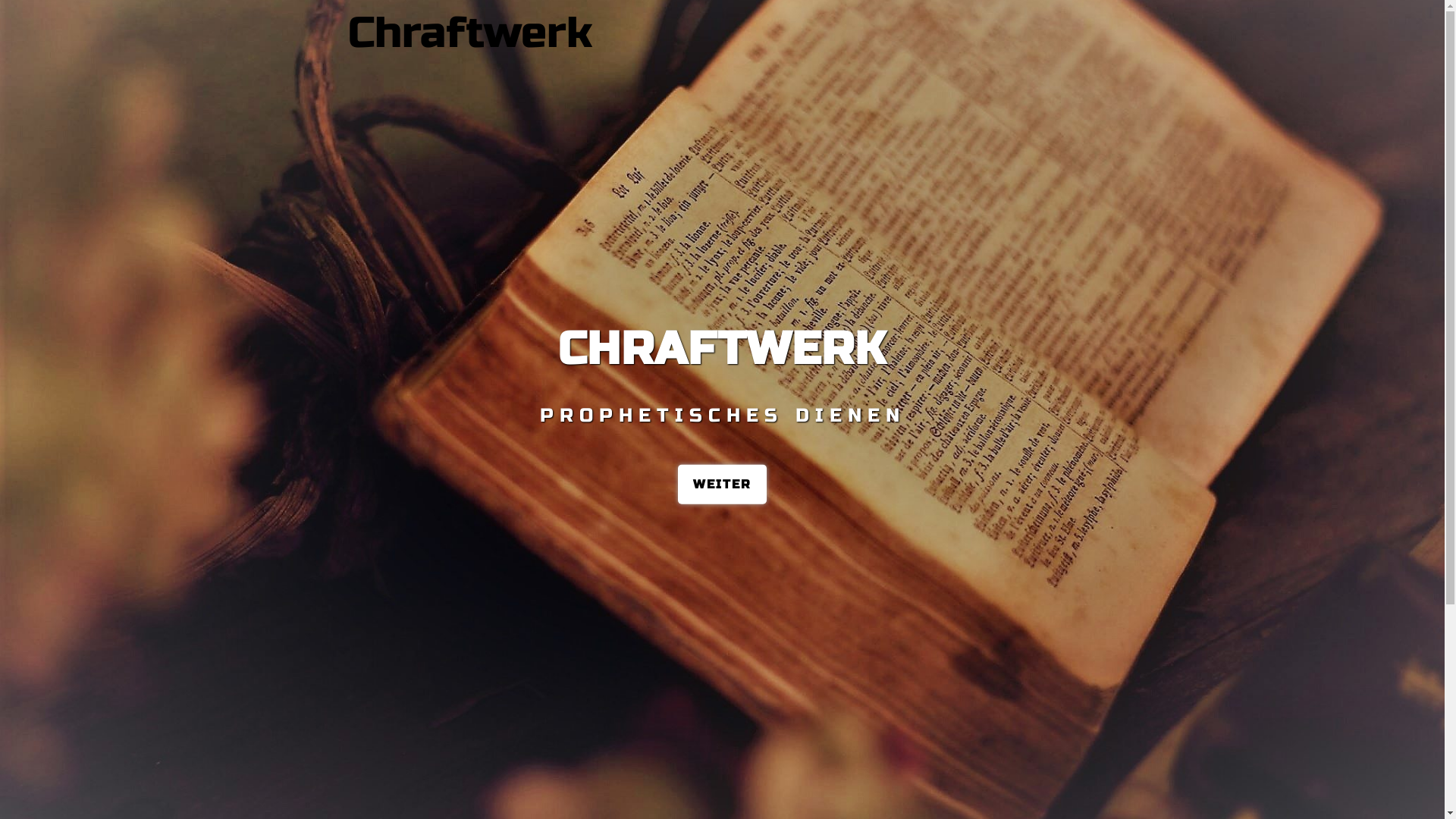 This screenshot has width=1456, height=819. What do you see at coordinates (469, 33) in the screenshot?
I see `'Chraftwerk'` at bounding box center [469, 33].